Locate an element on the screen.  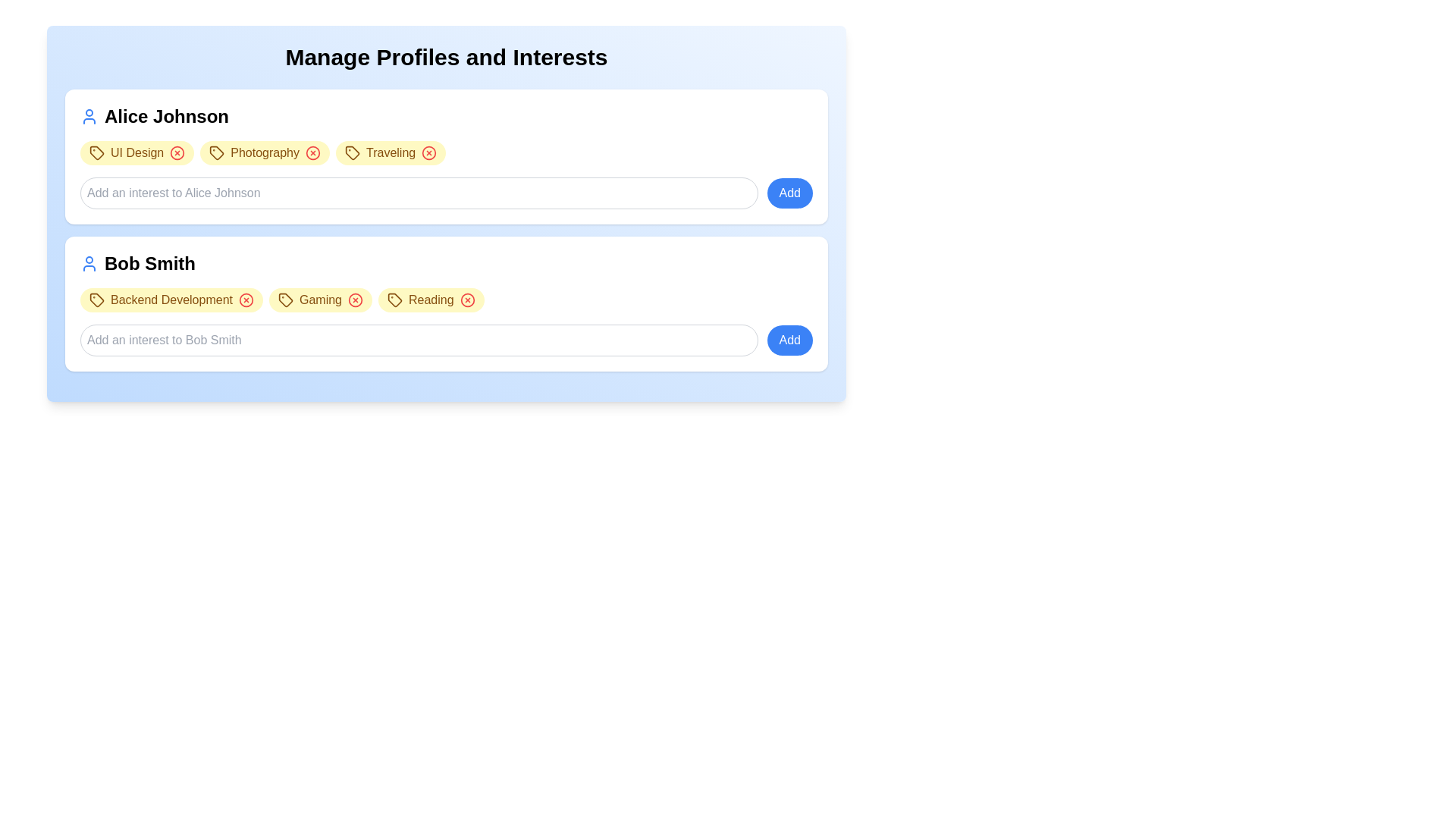
the small light brown tag icon located at the leftmost side of the 'UI Design' label within the yellow badge is located at coordinates (96, 152).